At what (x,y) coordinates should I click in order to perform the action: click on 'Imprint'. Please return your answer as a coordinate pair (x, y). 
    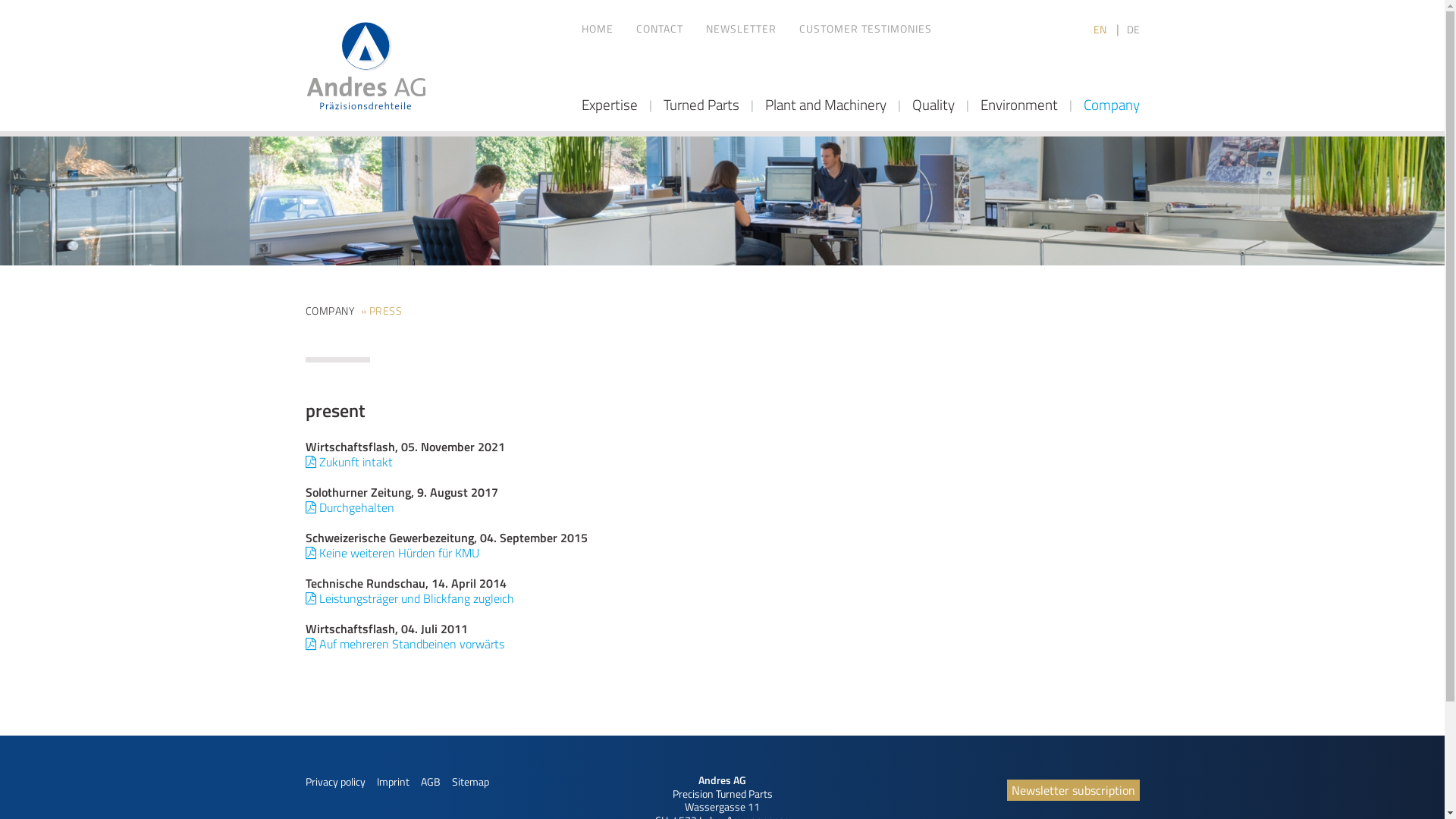
    Looking at the image, I should click on (392, 781).